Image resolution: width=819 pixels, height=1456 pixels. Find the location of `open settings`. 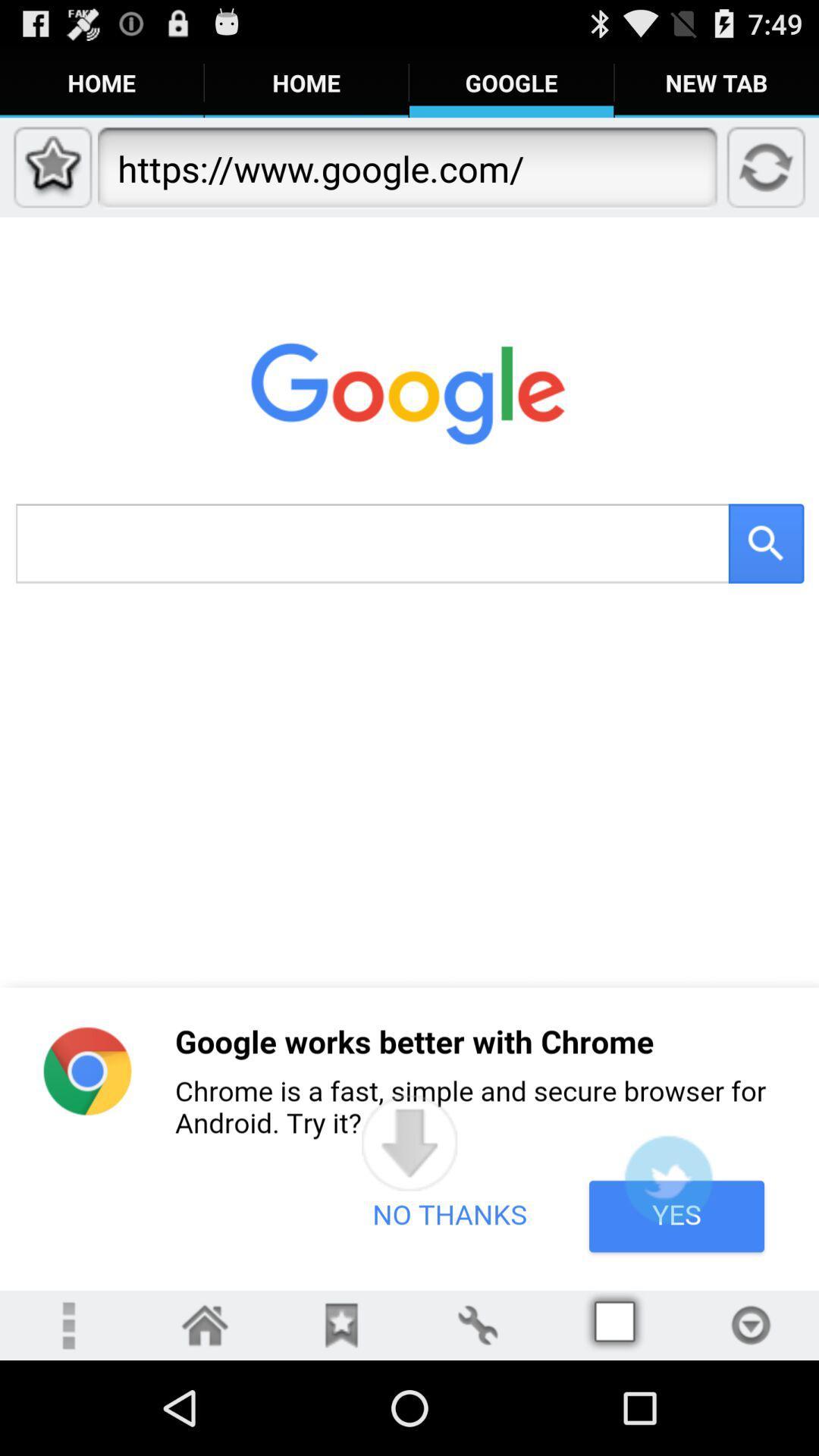

open settings is located at coordinates (476, 1324).